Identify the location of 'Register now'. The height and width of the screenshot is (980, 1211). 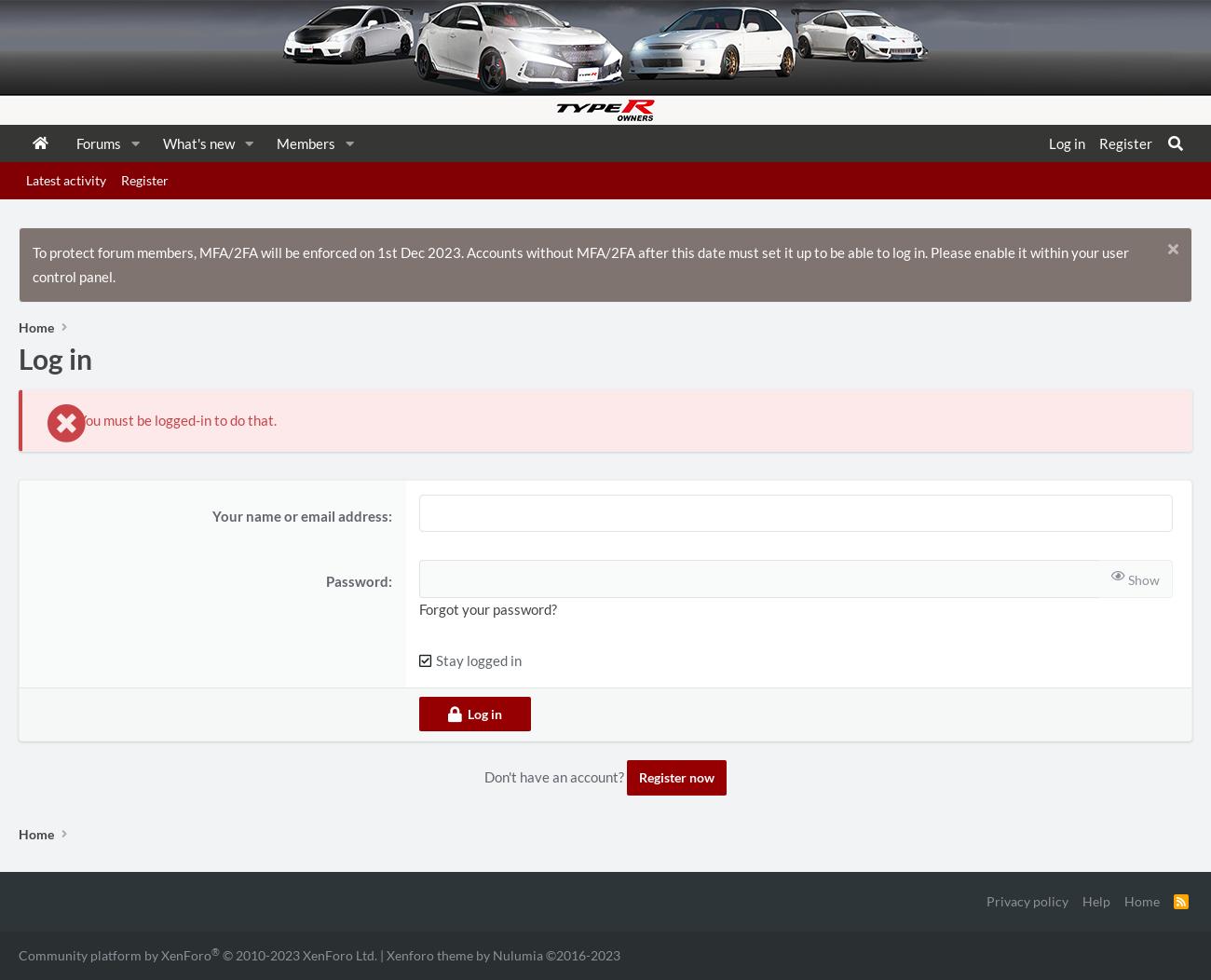
(638, 776).